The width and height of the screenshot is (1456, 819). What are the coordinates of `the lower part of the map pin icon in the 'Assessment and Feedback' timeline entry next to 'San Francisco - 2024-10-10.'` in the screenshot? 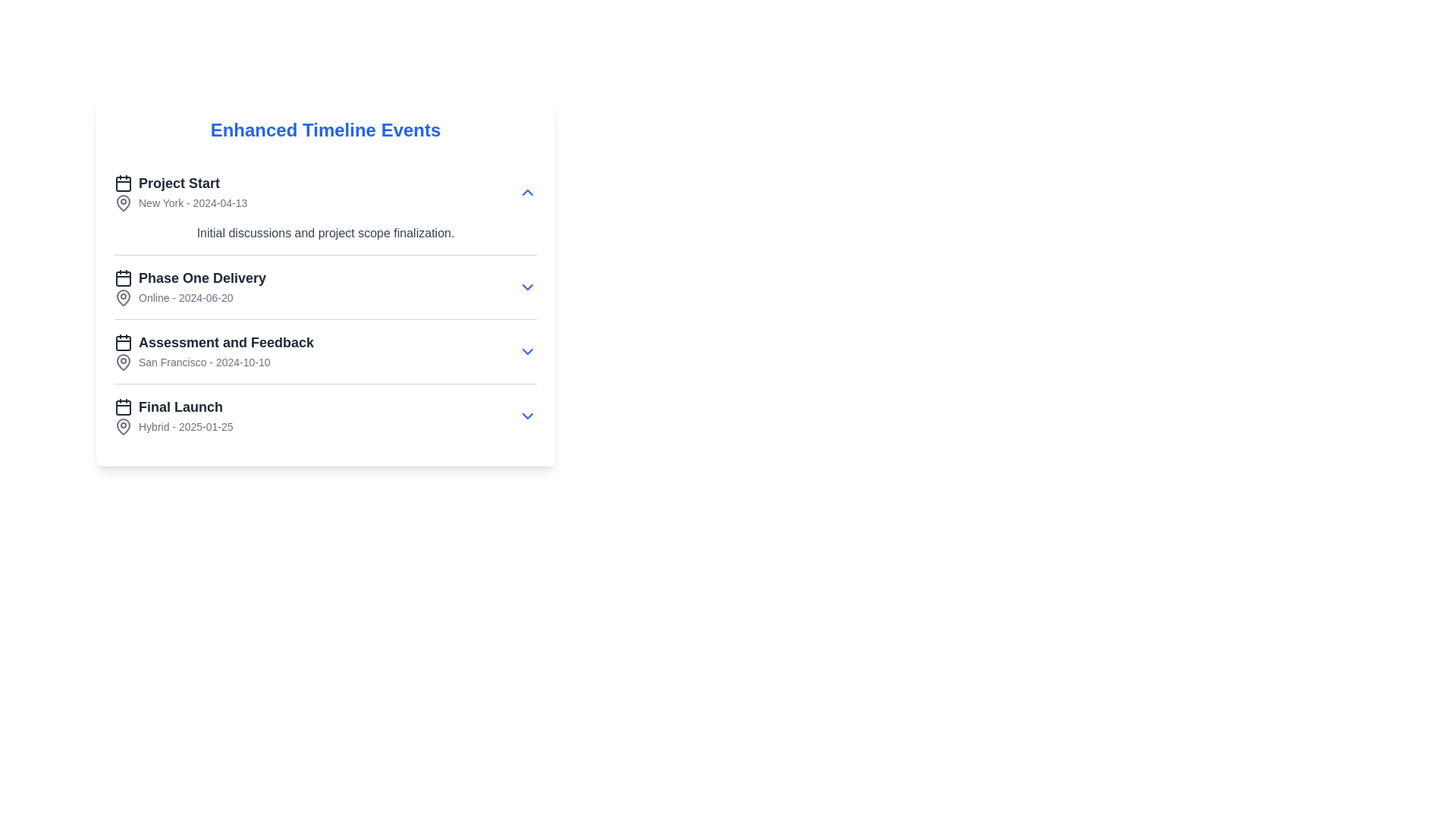 It's located at (124, 362).